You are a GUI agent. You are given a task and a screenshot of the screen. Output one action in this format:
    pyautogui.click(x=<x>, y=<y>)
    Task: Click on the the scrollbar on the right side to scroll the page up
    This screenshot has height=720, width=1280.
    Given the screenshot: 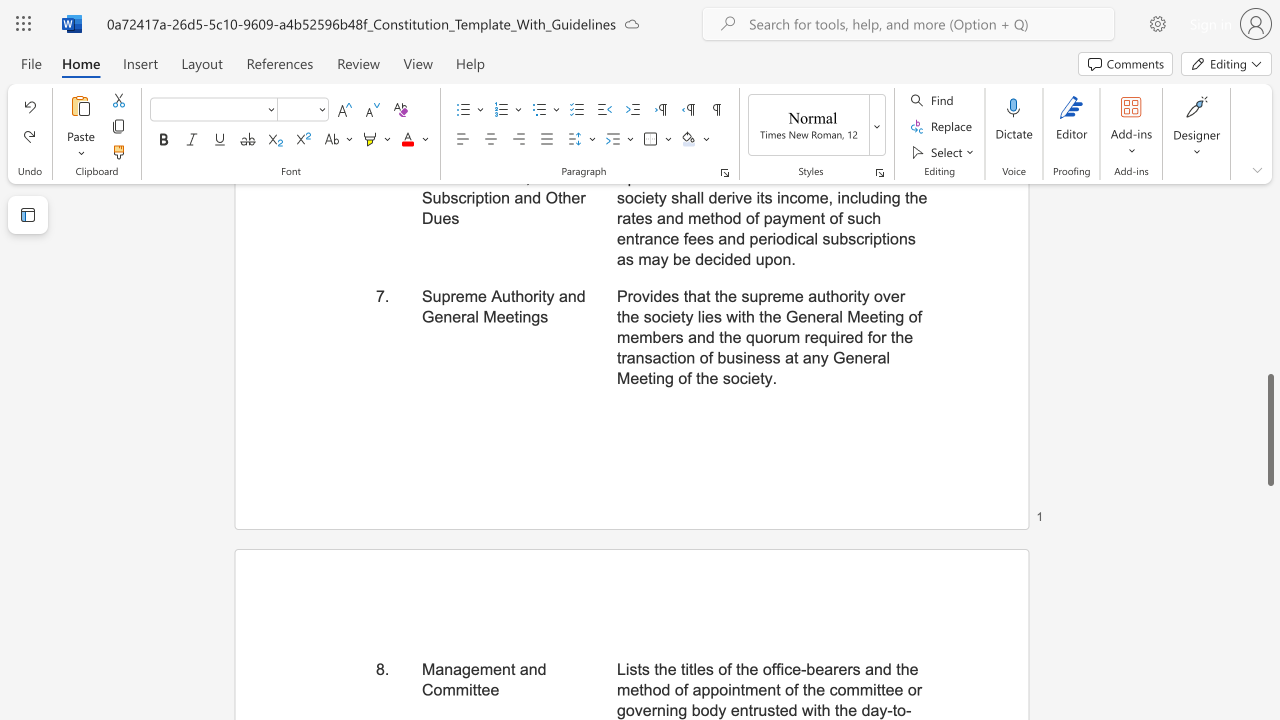 What is the action you would take?
    pyautogui.click(x=1269, y=318)
    